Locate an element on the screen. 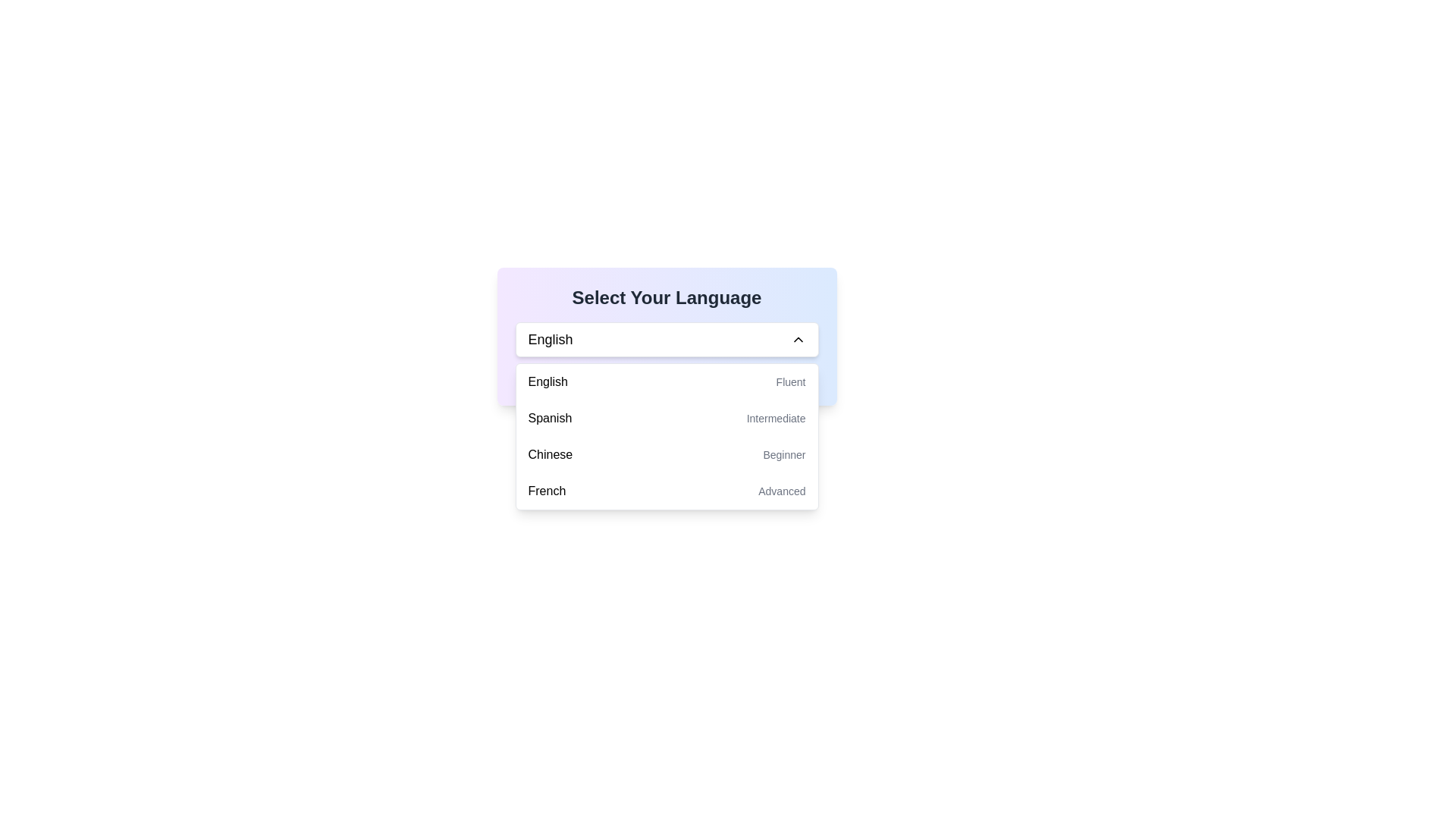 Image resolution: width=1456 pixels, height=819 pixels. the text label displaying 'Chinese' in black font, which is part of a dropdown menu for language selection, located to the left of the 'Beginner' proficiency level label is located at coordinates (549, 454).